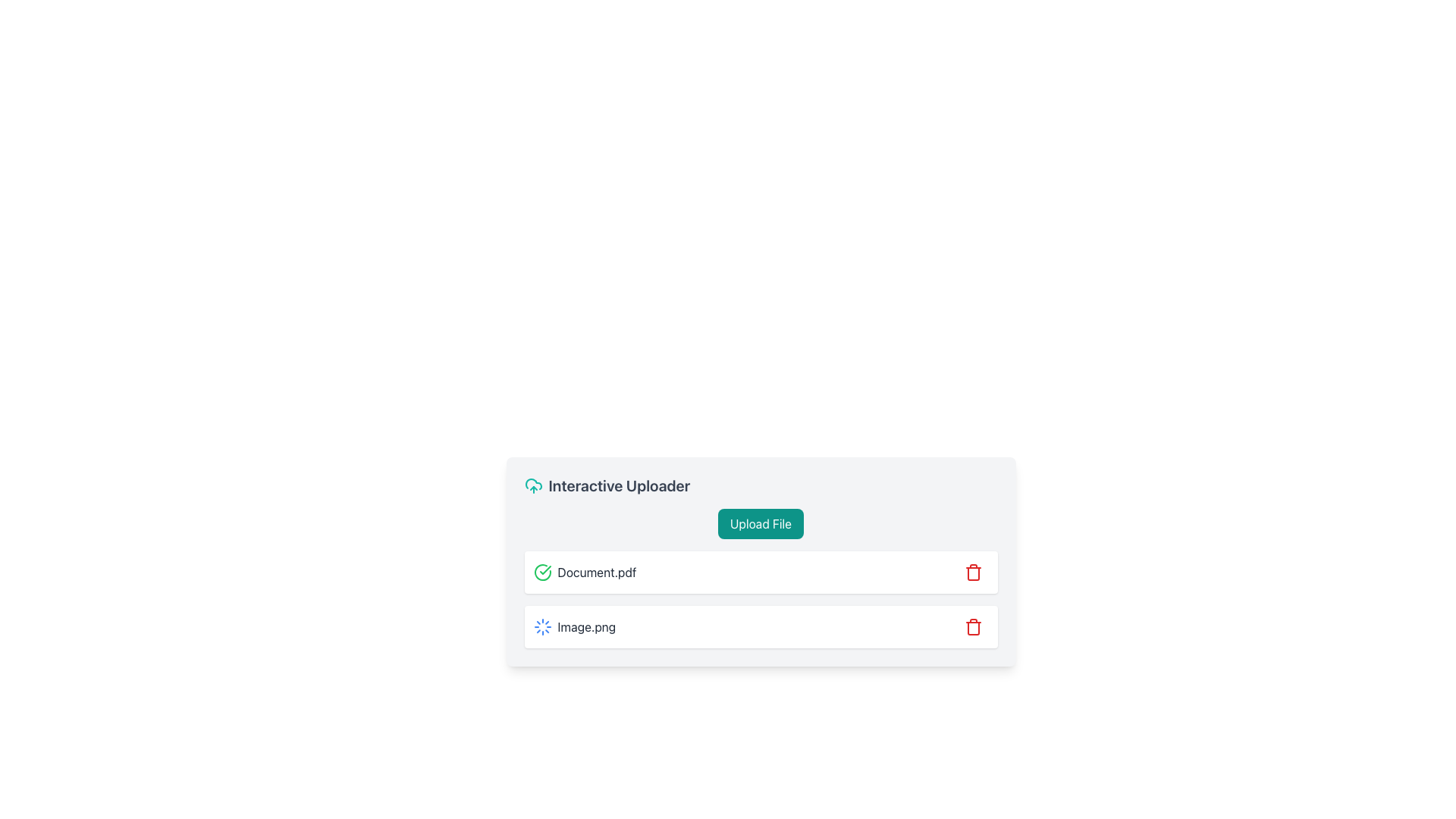 This screenshot has width=1456, height=819. What do you see at coordinates (761, 522) in the screenshot?
I see `the 'Upload File' button with a teal background` at bounding box center [761, 522].